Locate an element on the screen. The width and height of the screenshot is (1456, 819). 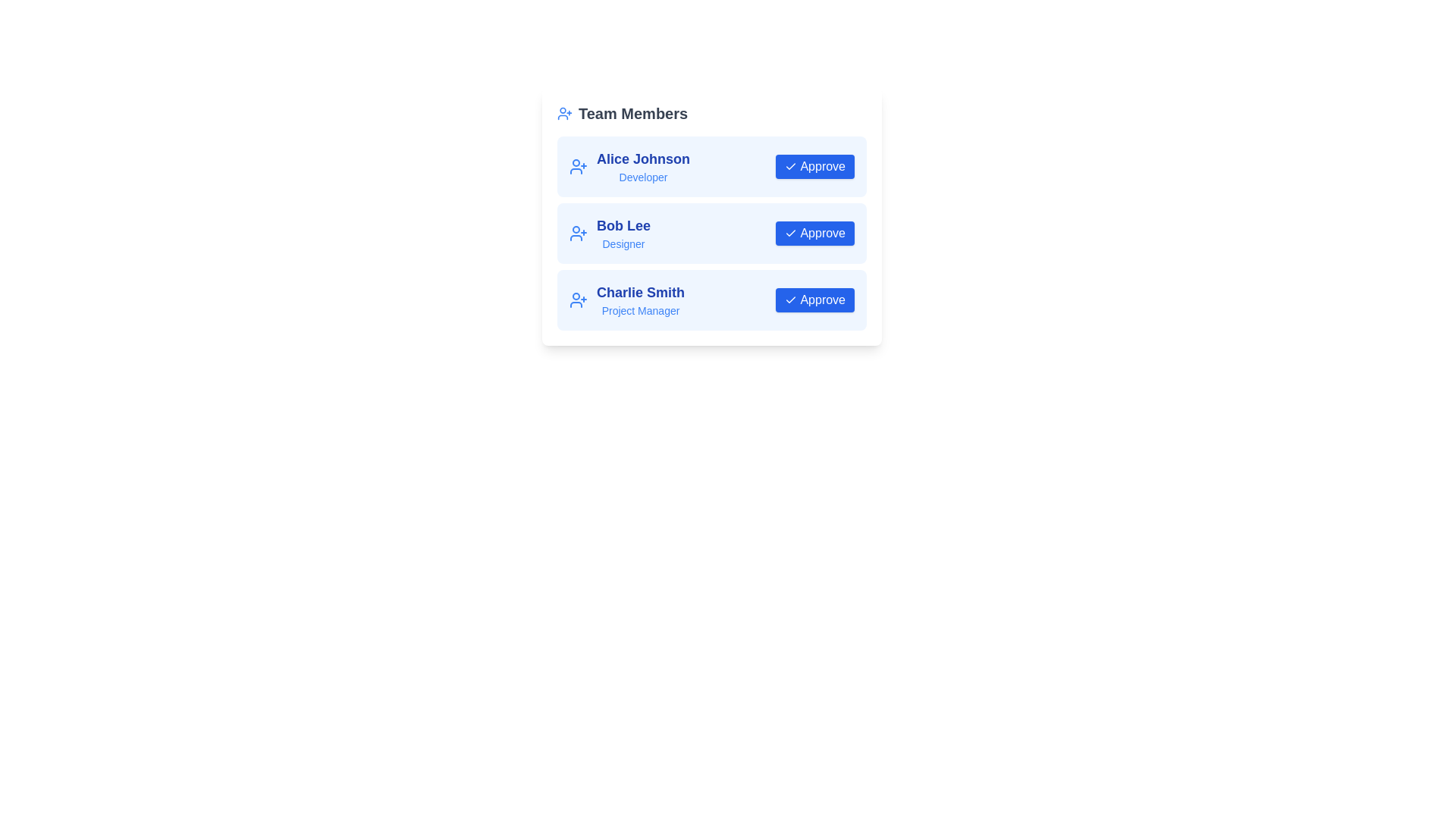
the text label displaying the job title 'Designer' for the individual named 'Bob Lee', located beneath the name and to the right of an icon in the middle card of the team member layout is located at coordinates (623, 243).